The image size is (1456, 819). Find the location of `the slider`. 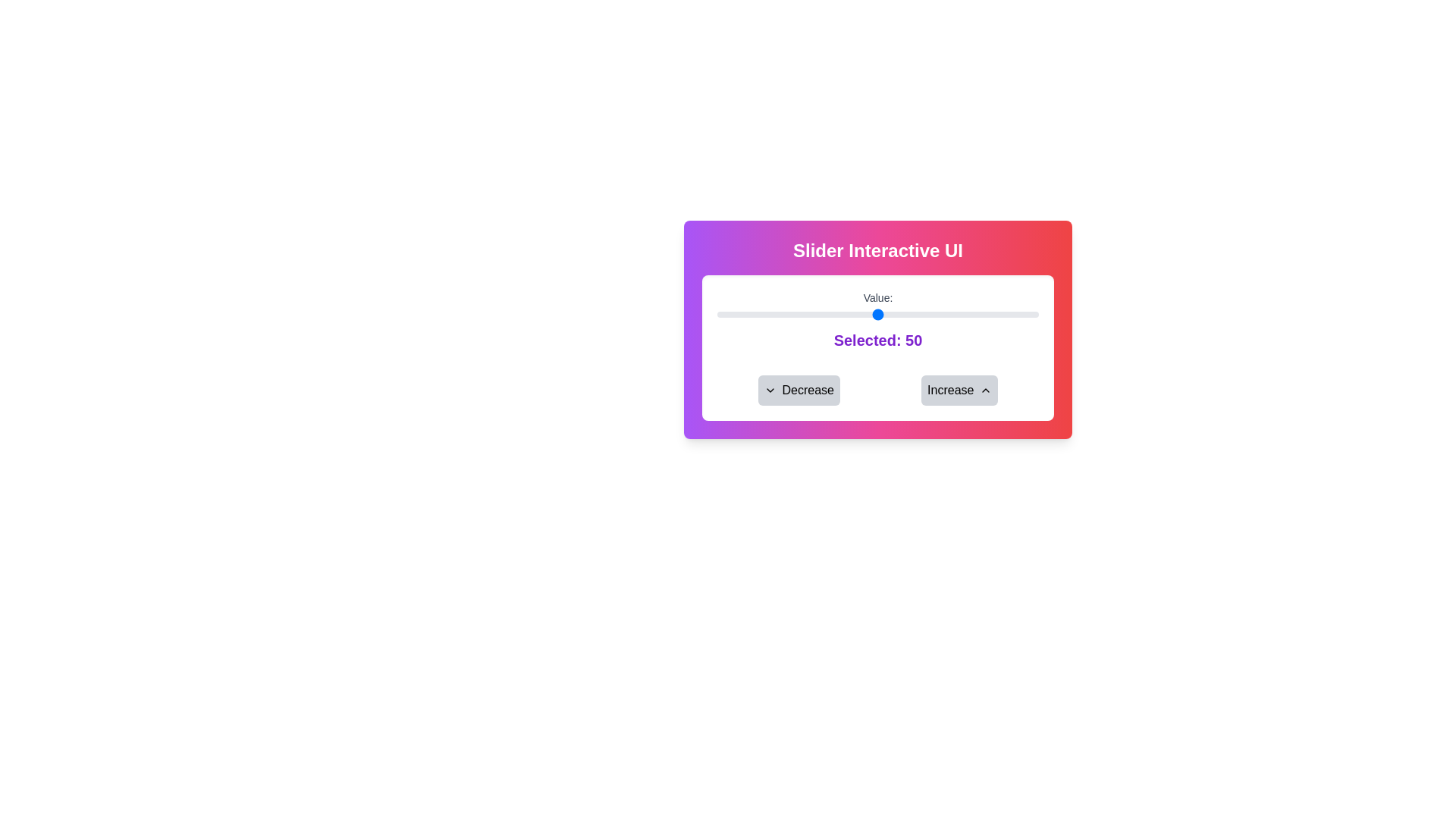

the slider is located at coordinates (903, 314).